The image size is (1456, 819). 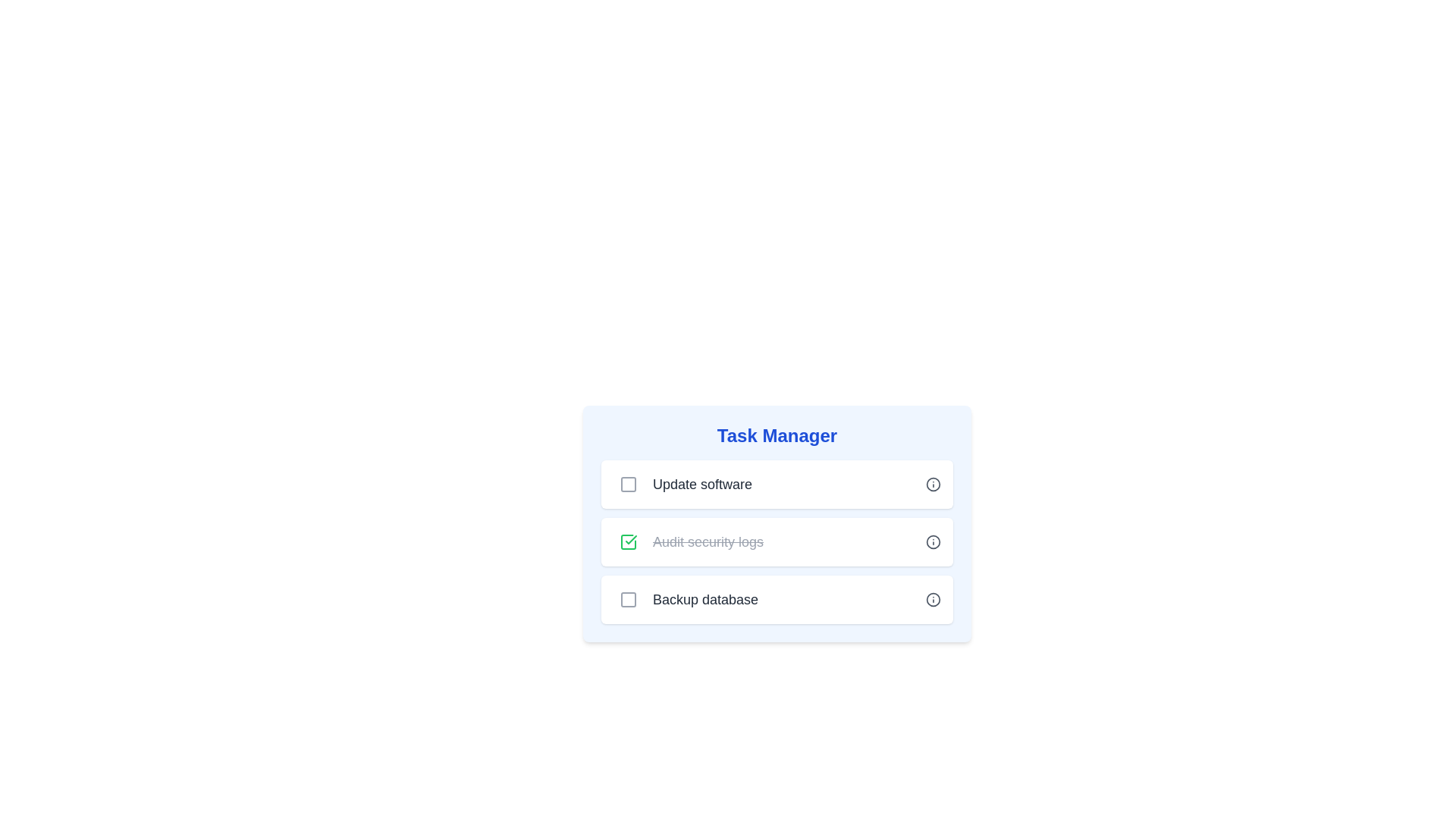 I want to click on the boundary shape of the checkbox labeled 'Audit security logs' in the middle task row within the 'Task Manager' section, so click(x=629, y=541).